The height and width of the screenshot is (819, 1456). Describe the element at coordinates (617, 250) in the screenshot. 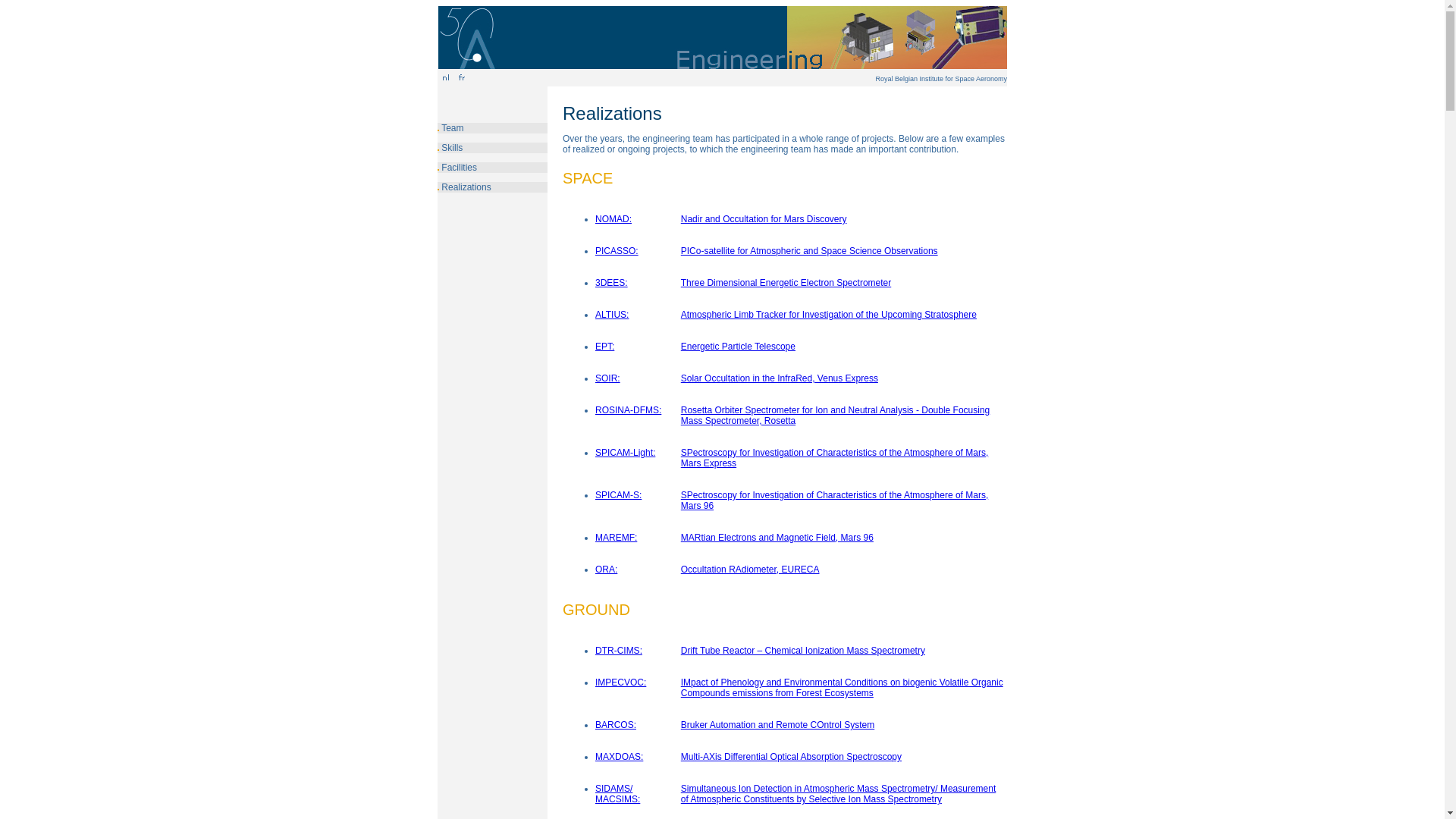

I see `'PICASSO:'` at that location.